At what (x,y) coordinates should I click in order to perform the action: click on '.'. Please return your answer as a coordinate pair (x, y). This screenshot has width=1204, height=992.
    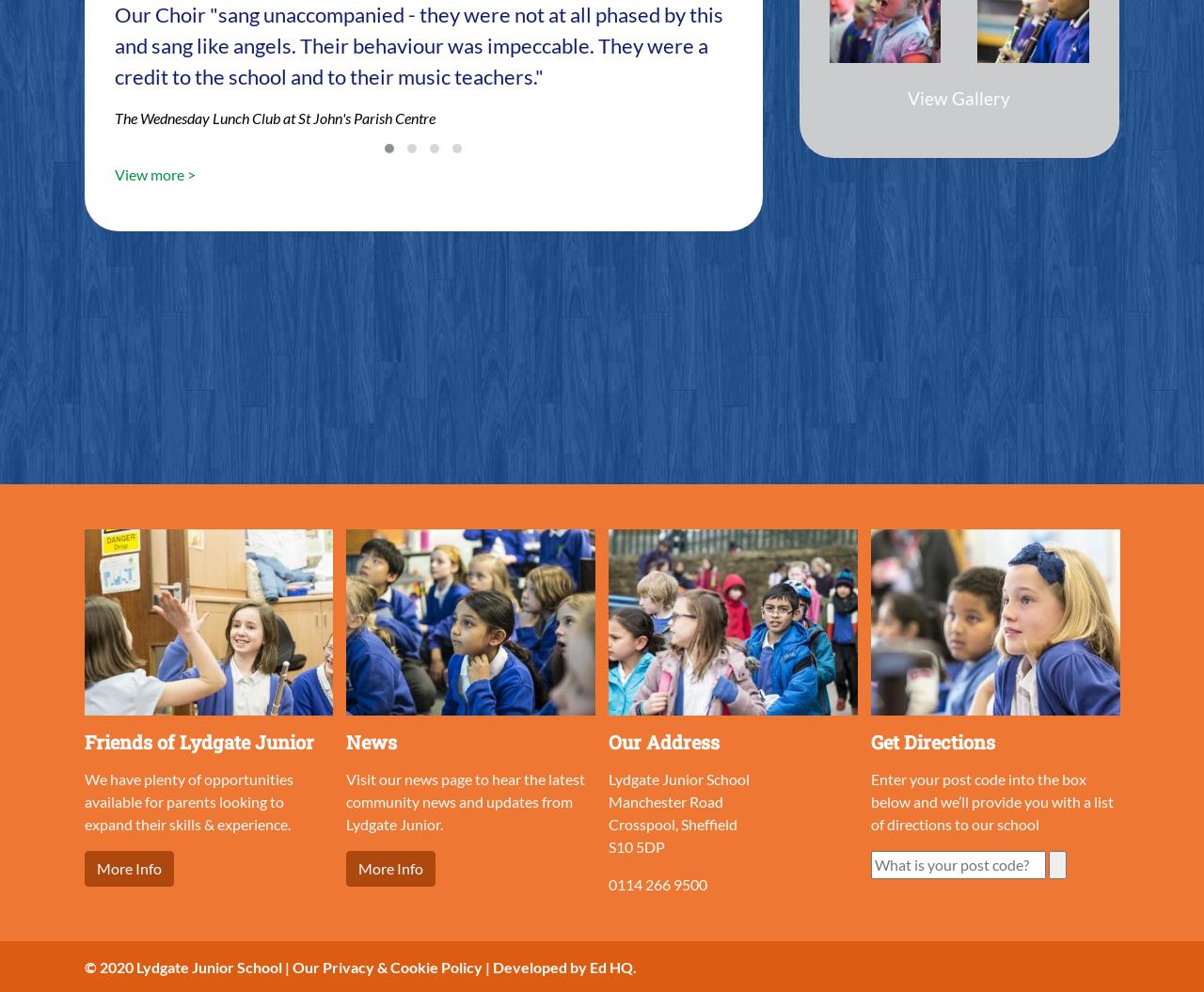
    Looking at the image, I should click on (632, 965).